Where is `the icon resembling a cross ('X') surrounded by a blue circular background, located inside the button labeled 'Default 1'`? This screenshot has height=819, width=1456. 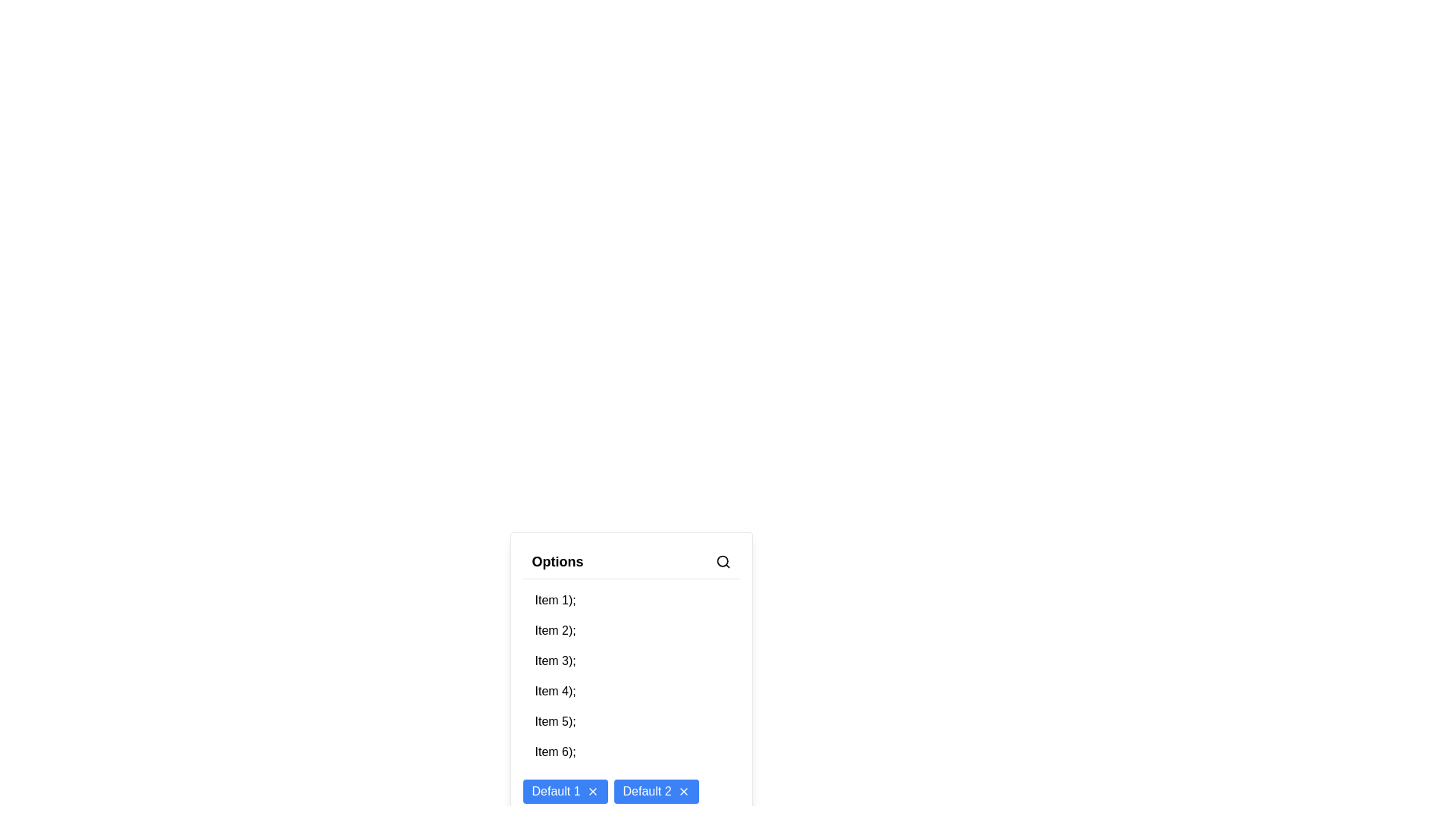
the icon resembling a cross ('X') surrounded by a blue circular background, located inside the button labeled 'Default 1' is located at coordinates (591, 791).